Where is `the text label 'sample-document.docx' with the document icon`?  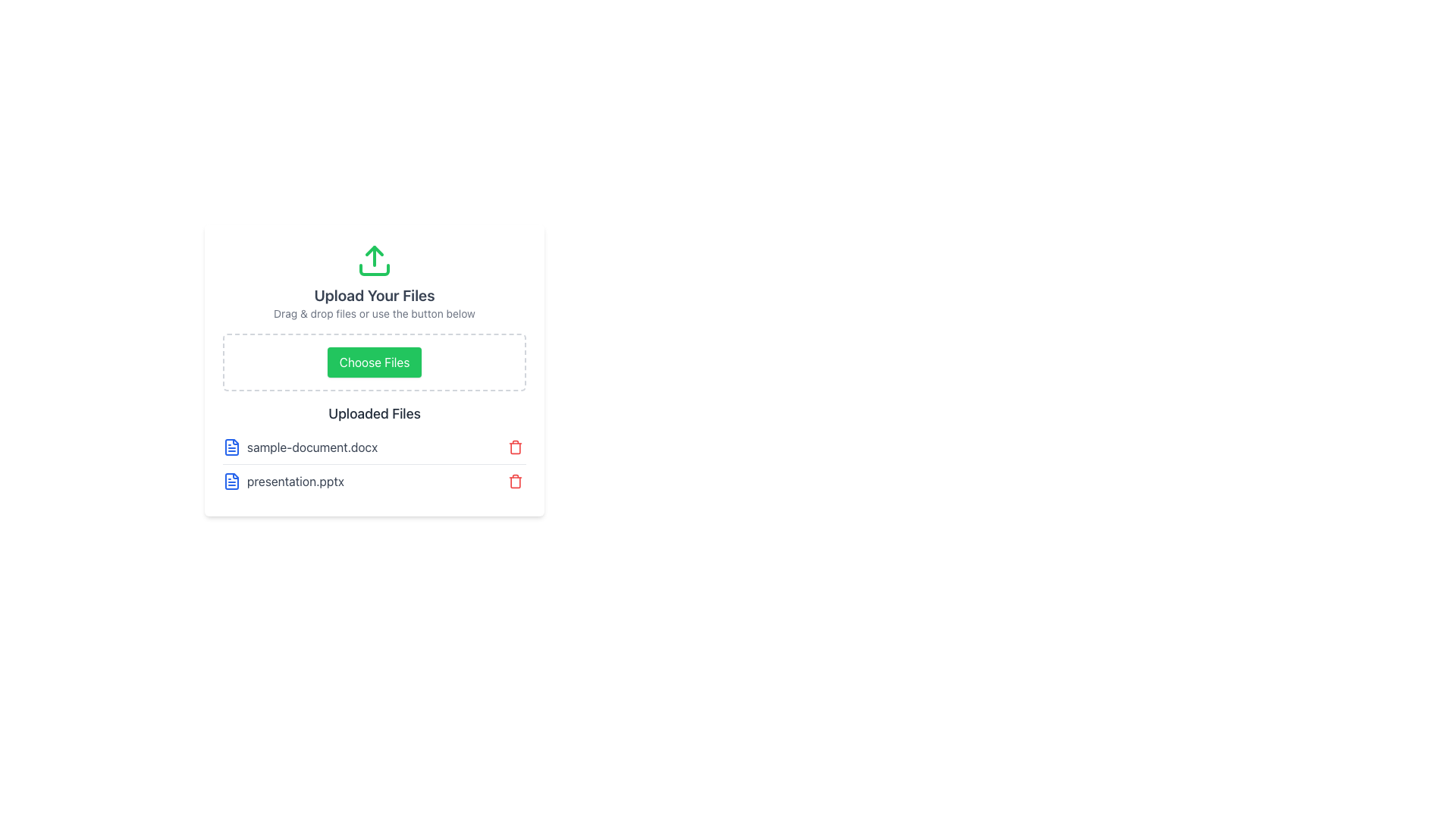
the text label 'sample-document.docx' with the document icon is located at coordinates (300, 447).